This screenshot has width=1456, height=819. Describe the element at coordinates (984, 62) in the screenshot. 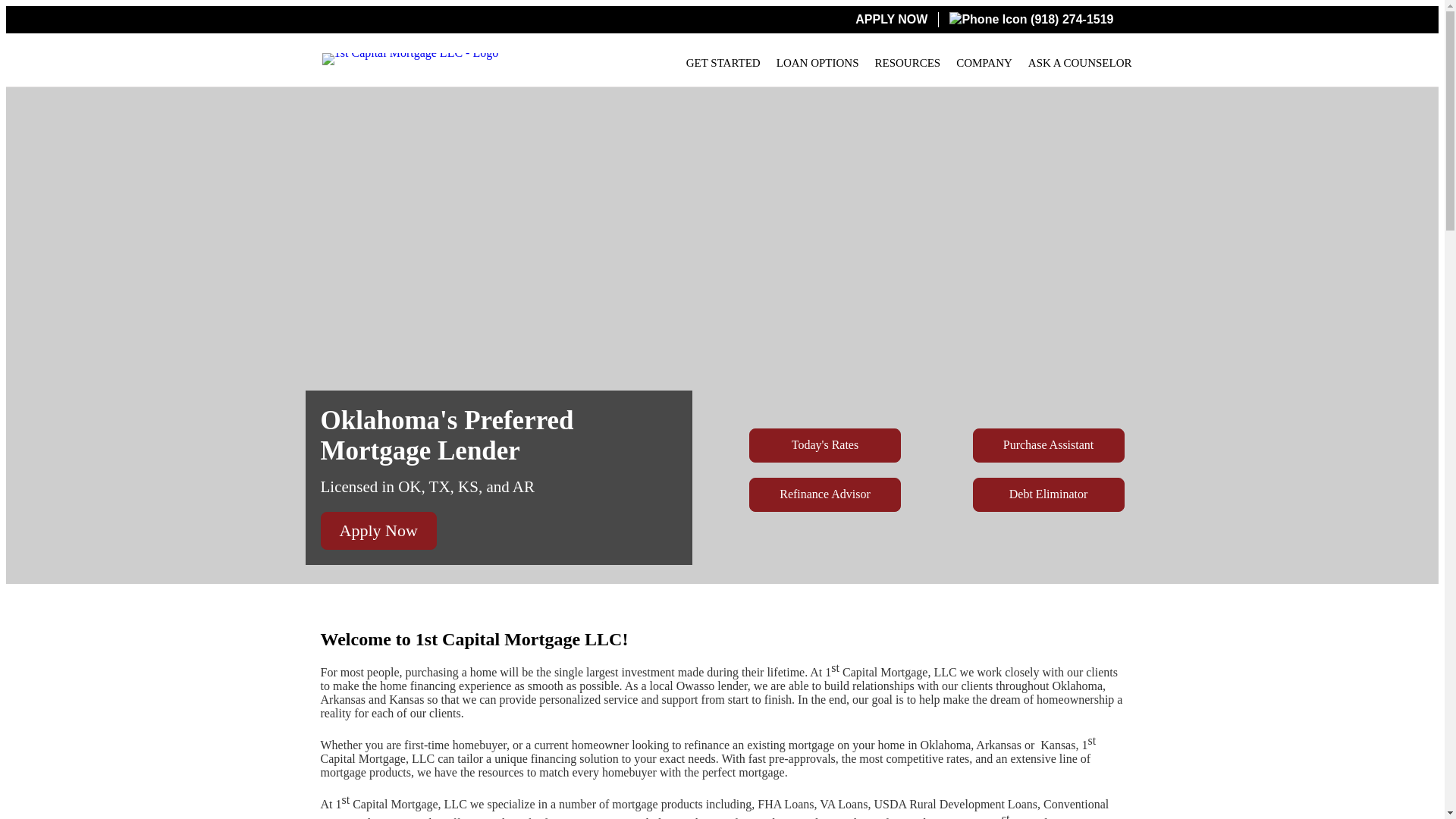

I see `'COMPANY'` at that location.